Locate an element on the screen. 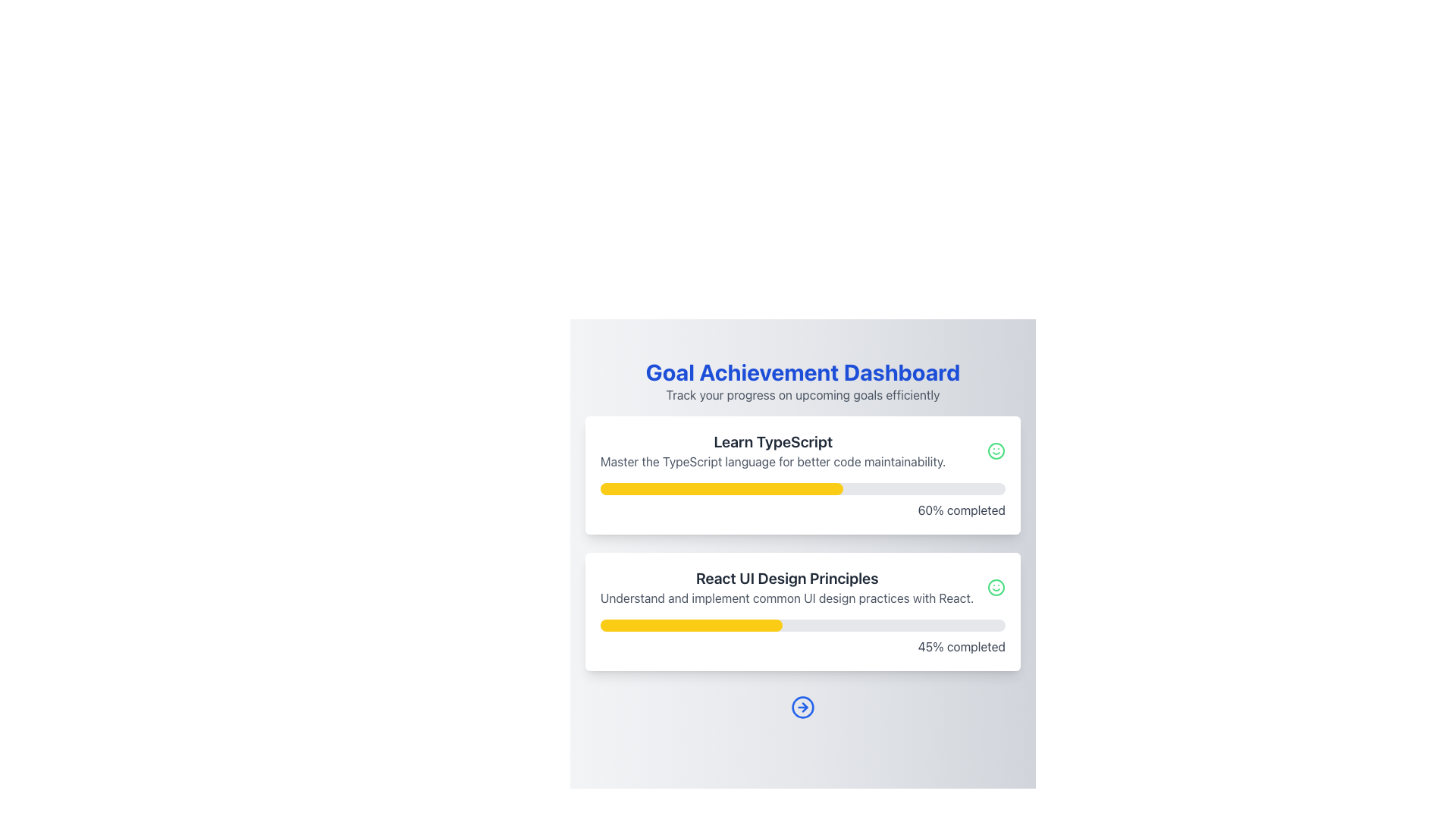 This screenshot has width=1456, height=819. the Header Section of the dashboard, which serves as a title header providing a welcoming message and summarizing the purpose to track progress on upcoming goals is located at coordinates (802, 375).